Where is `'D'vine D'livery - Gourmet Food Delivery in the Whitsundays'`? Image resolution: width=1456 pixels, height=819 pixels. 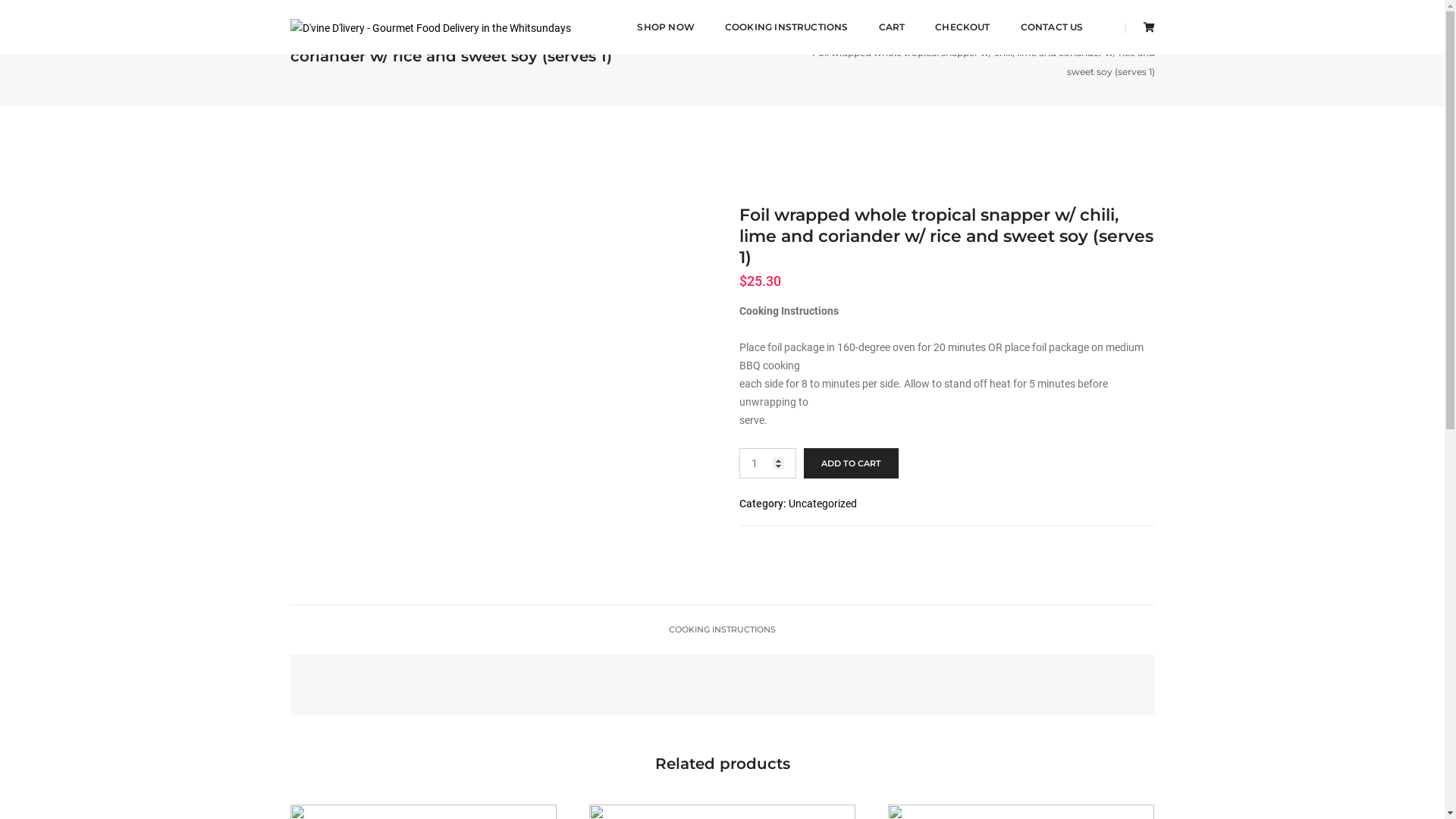 'D'vine D'livery - Gourmet Food Delivery in the Whitsundays' is located at coordinates (428, 26).